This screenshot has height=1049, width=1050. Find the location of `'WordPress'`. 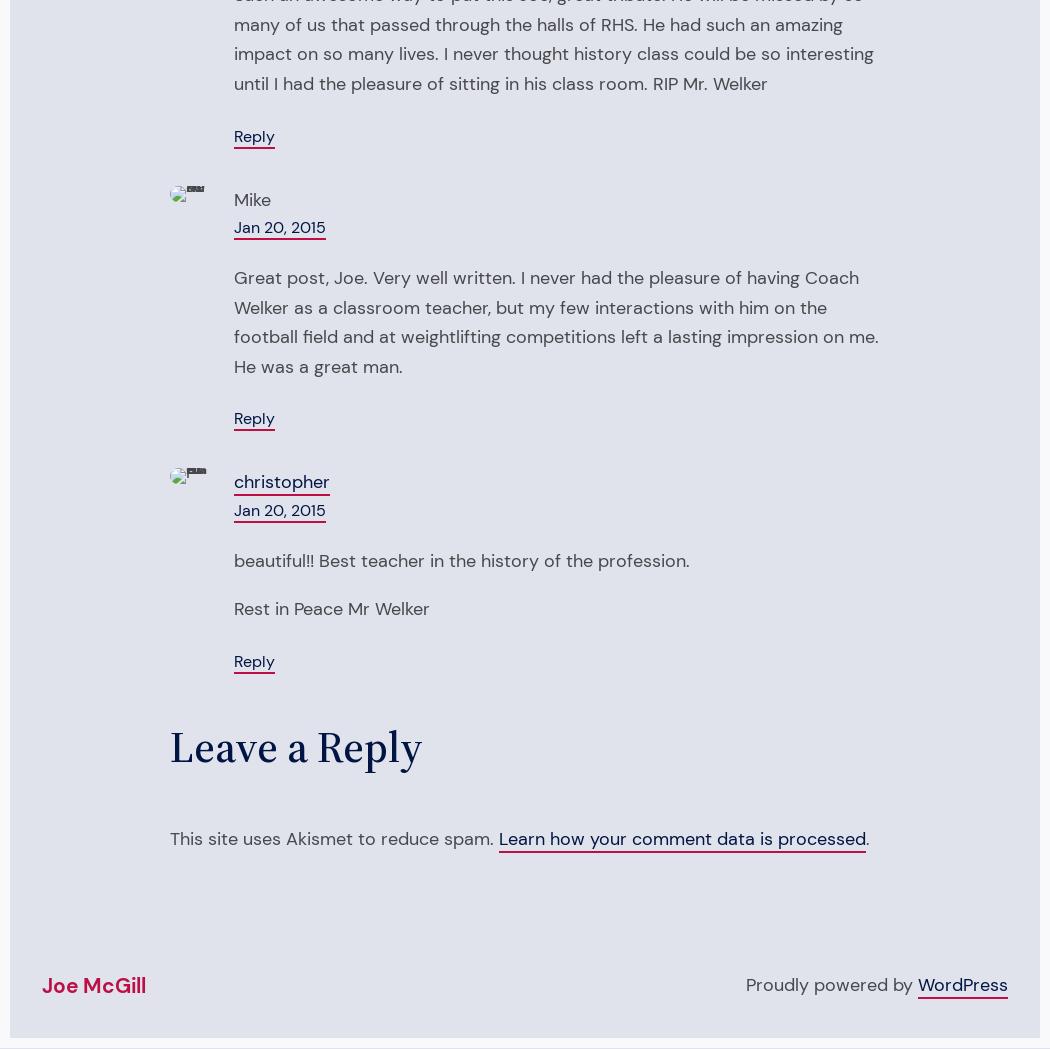

'WordPress' is located at coordinates (961, 984).